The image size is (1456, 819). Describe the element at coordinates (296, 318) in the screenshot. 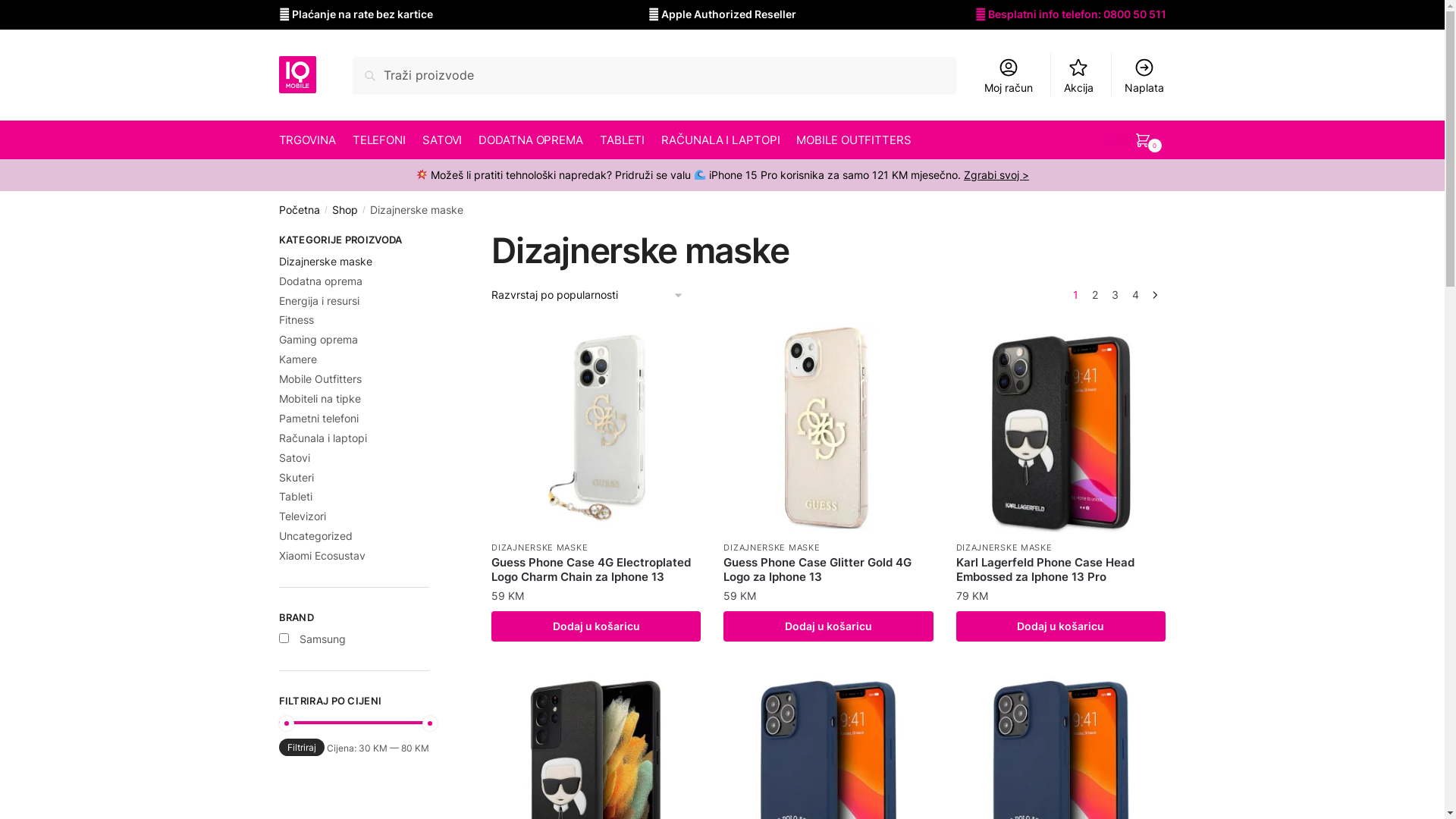

I see `'Fitness'` at that location.